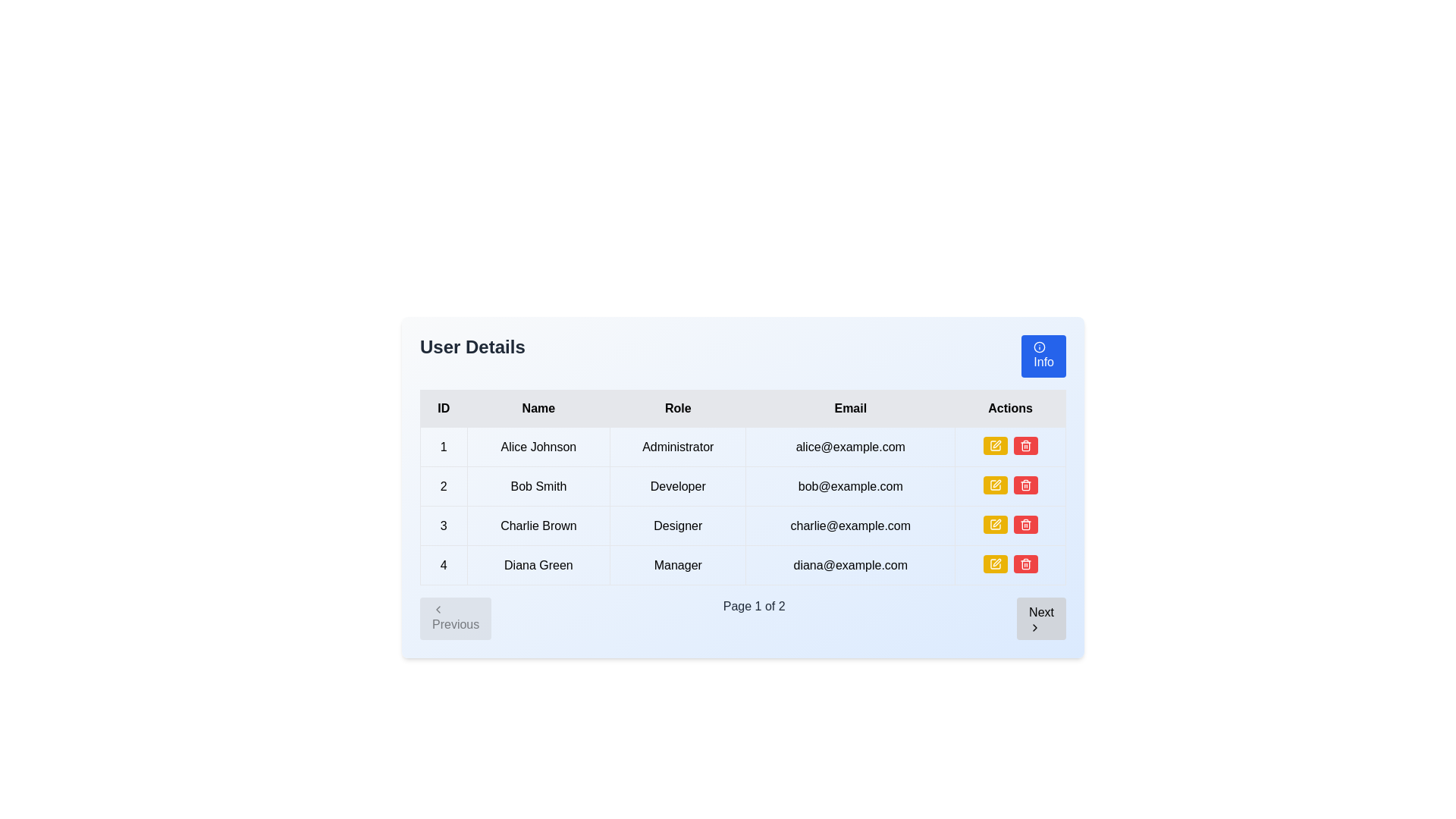 The width and height of the screenshot is (1456, 819). What do you see at coordinates (538, 486) in the screenshot?
I see `the Text Label displaying the name of the user in the second row of the user details table, which is framed by the ID '2' on the left and 'Developer' on the right` at bounding box center [538, 486].